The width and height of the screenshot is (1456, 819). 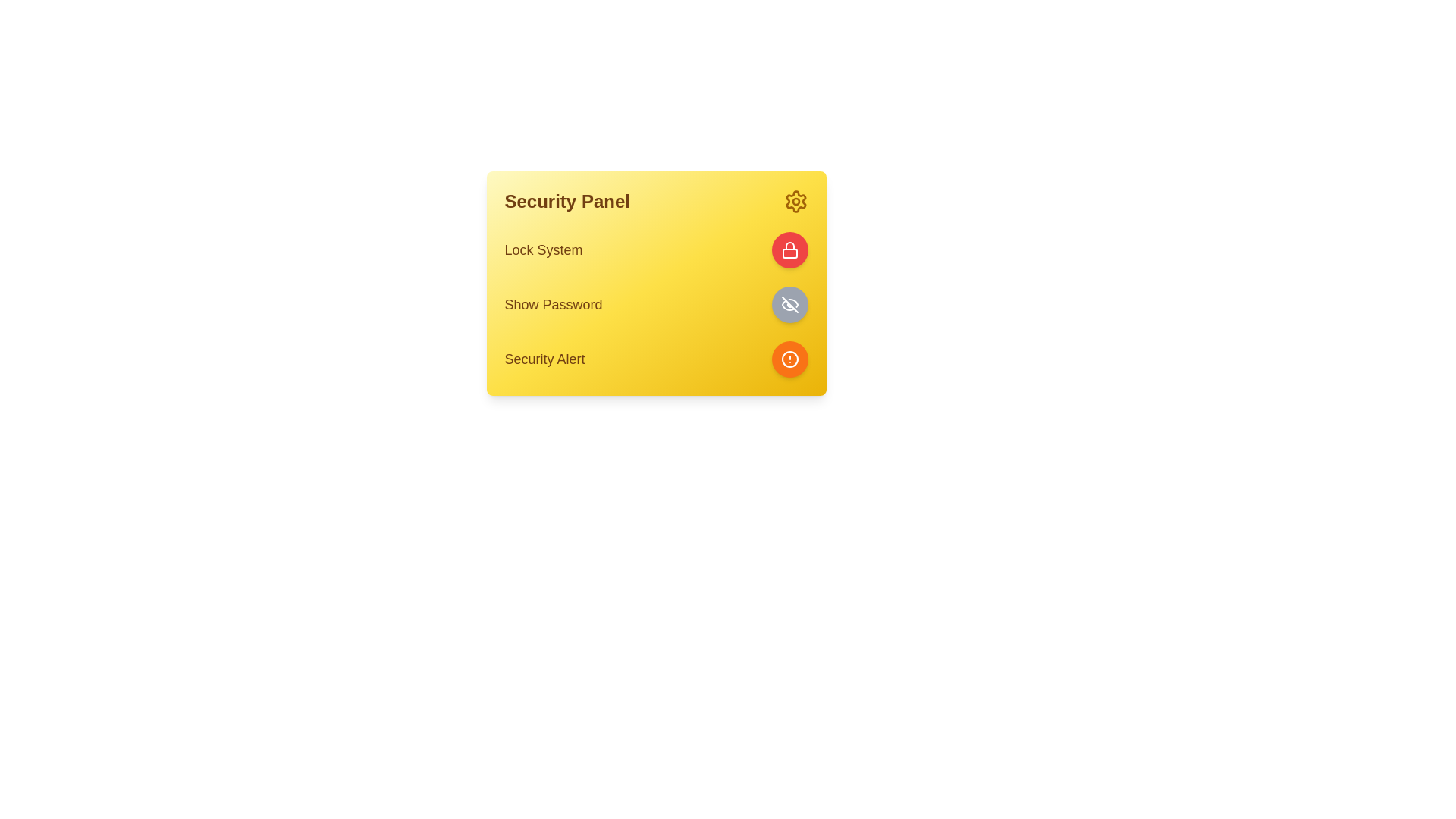 I want to click on the 'Show Password' text label, which is styled in bold dark yellow against a bright yellow background and is located to the left of the eye icon button, so click(x=552, y=304).